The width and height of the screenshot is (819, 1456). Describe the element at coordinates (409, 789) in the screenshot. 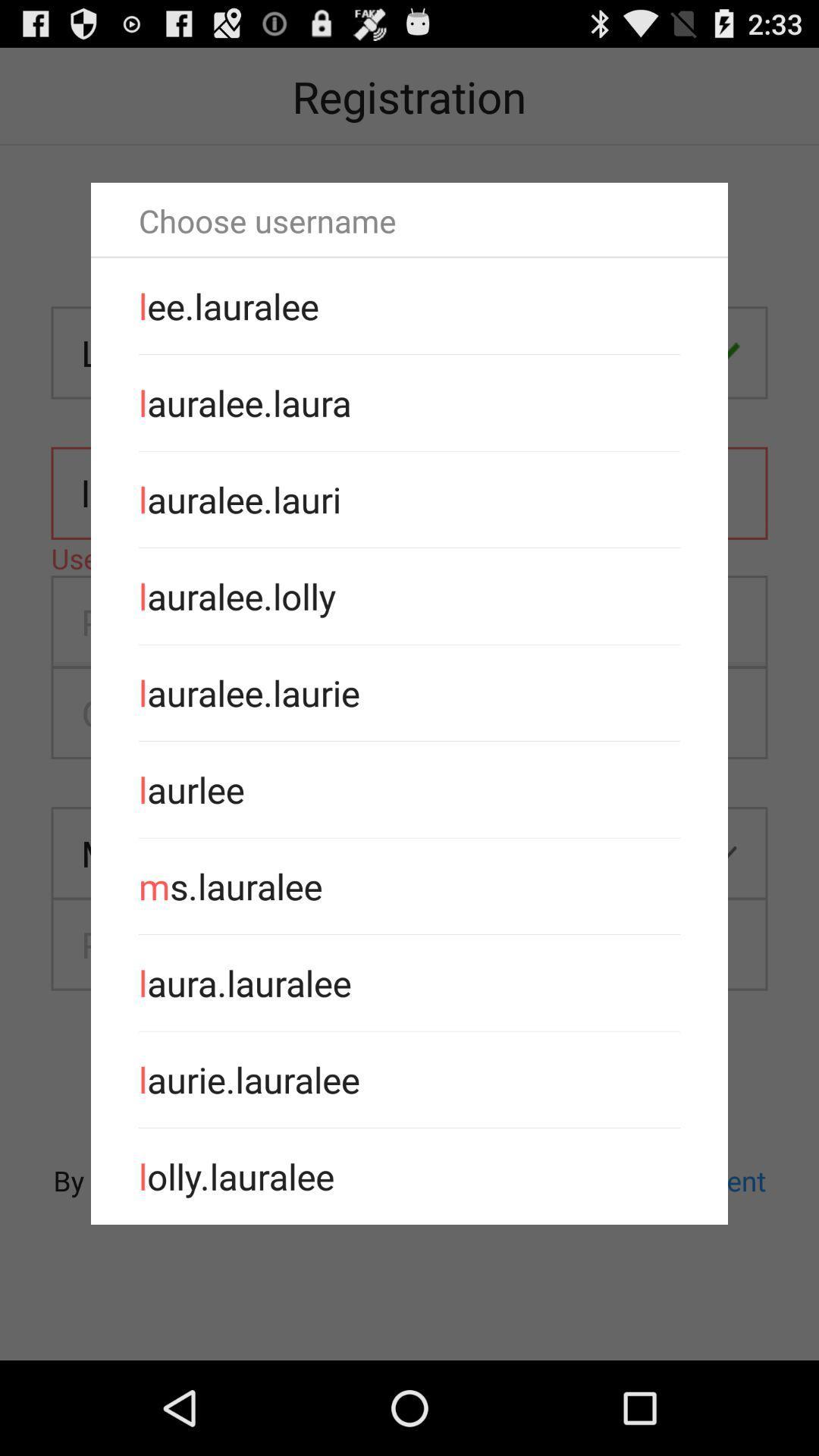

I see `the app below lauralee.laurie icon` at that location.